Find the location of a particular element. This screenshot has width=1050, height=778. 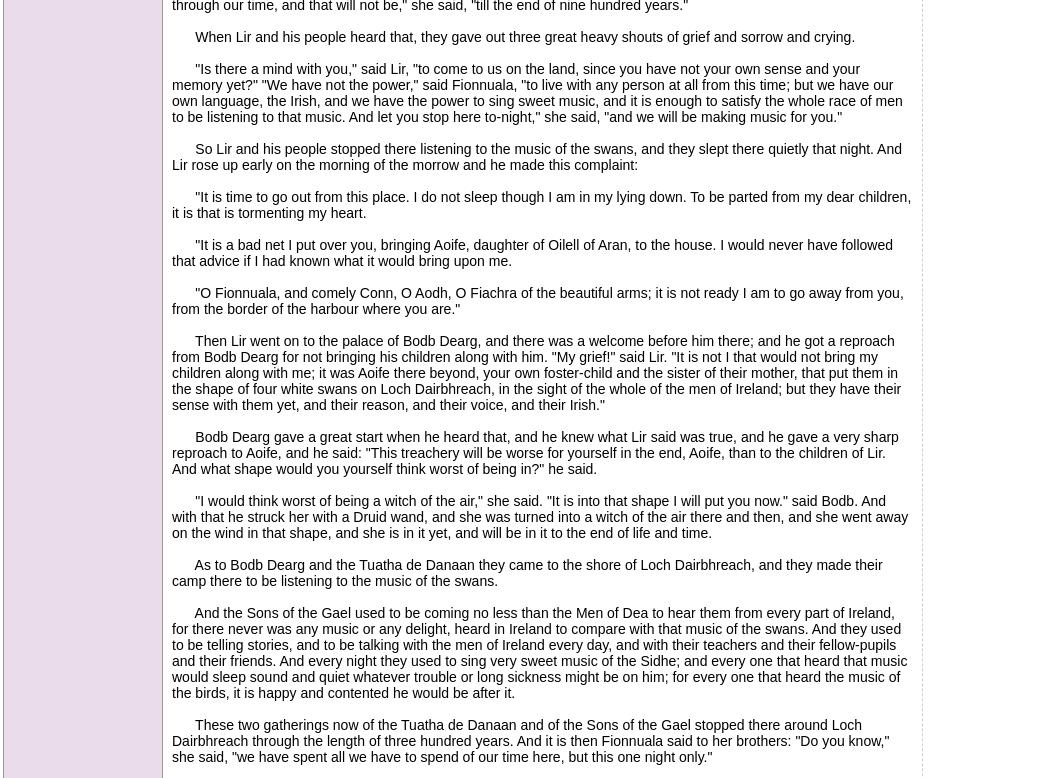

'When Lir and his people heard that, they gave out three great heavy shouts of grief and sorrow and crying.' is located at coordinates (512, 37).